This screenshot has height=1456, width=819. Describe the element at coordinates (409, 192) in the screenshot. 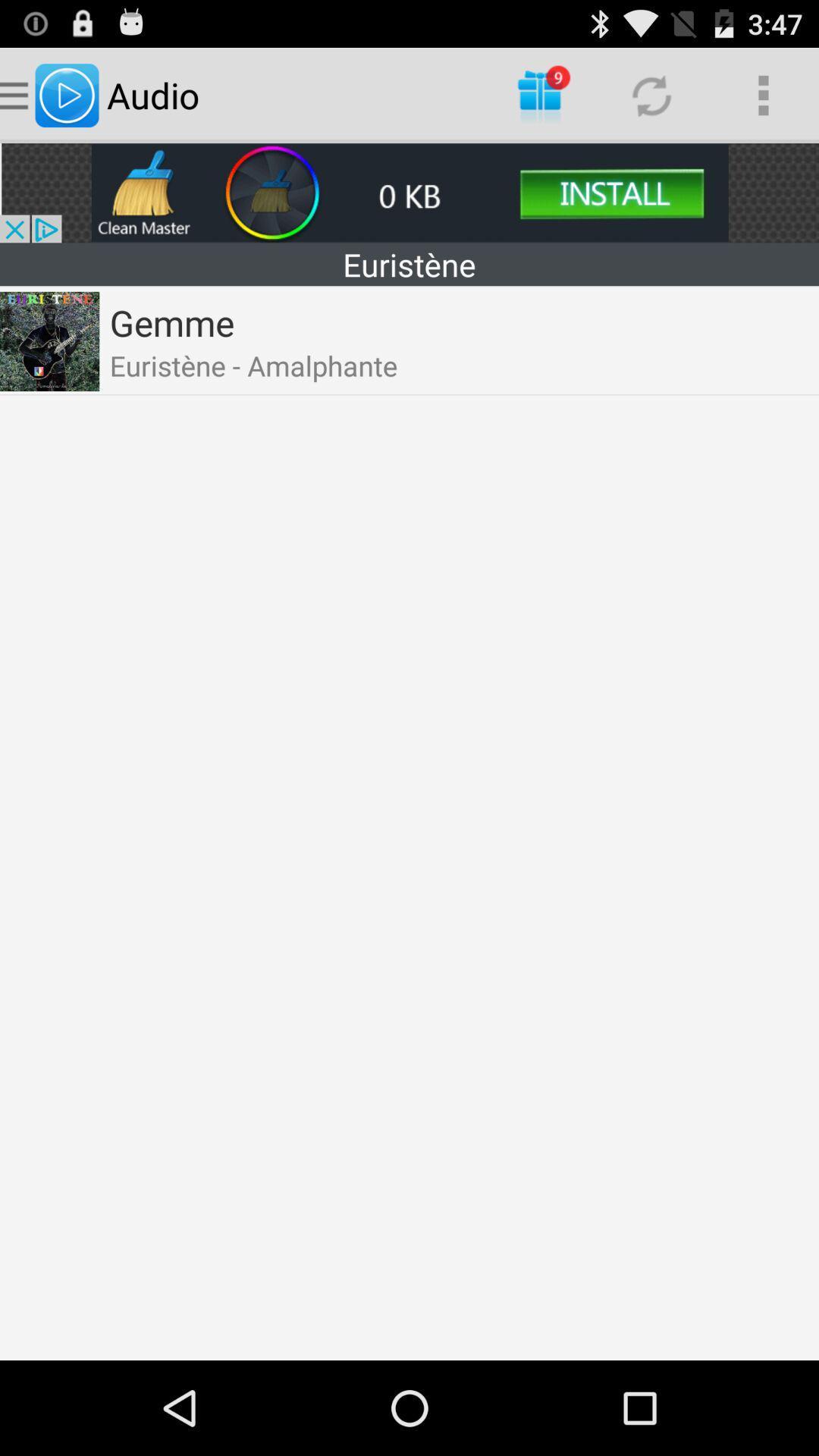

I see `advertising` at that location.